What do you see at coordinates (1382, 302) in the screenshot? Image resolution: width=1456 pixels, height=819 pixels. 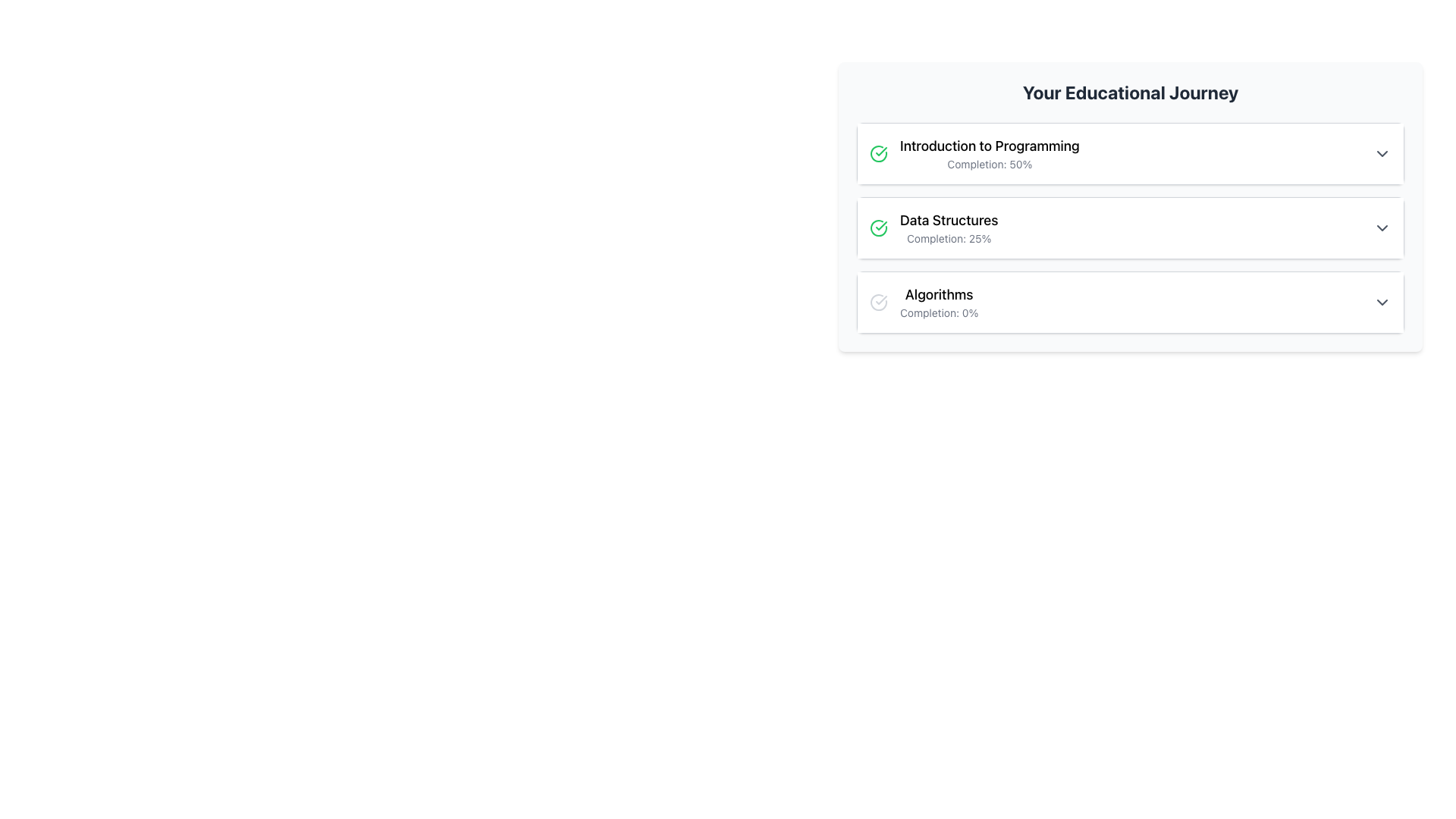 I see `the icon located at the far right of the 'Algorithms' section card` at bounding box center [1382, 302].